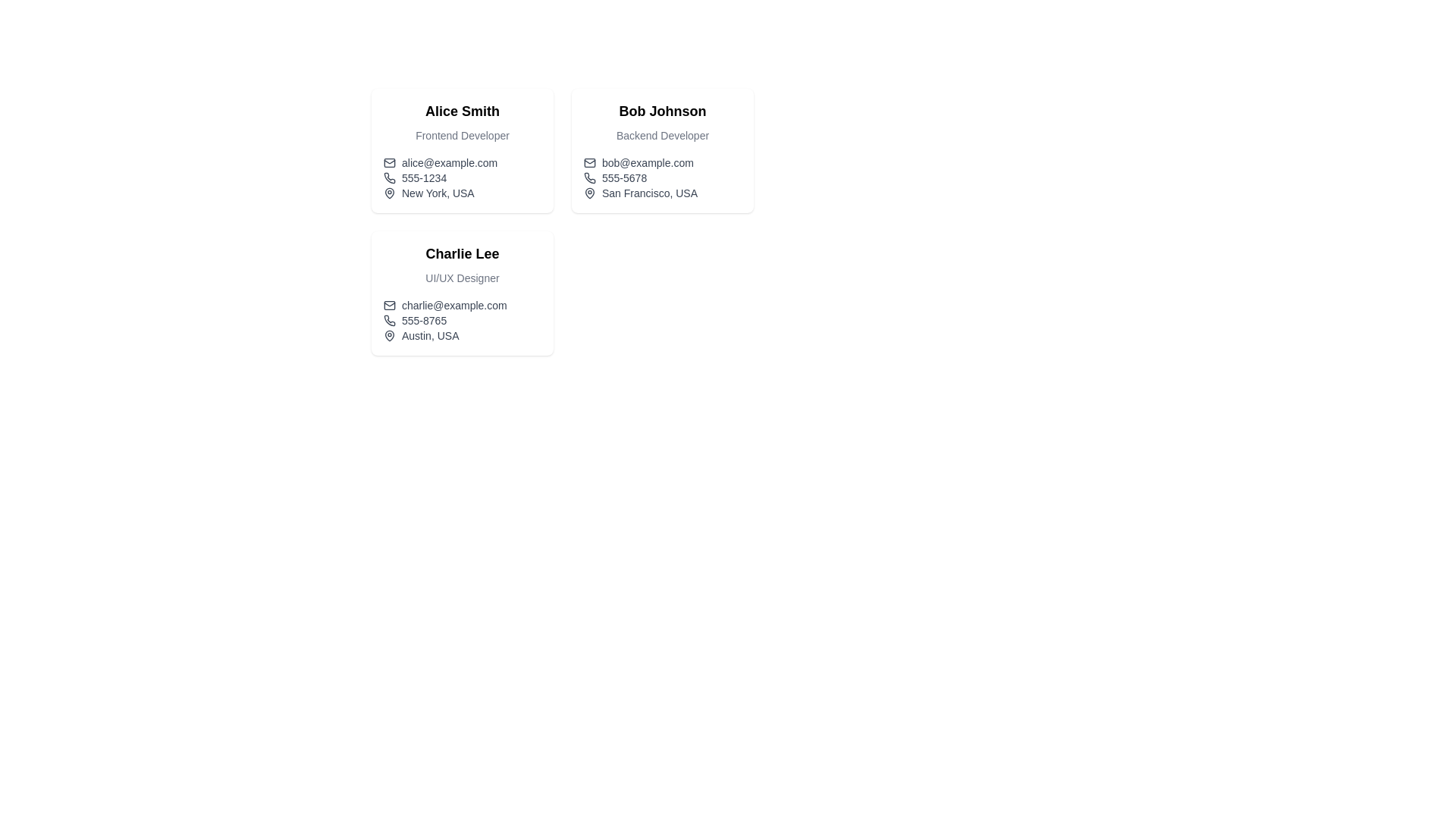 The width and height of the screenshot is (1456, 819). Describe the element at coordinates (389, 192) in the screenshot. I see `the position of the map pin icon located to the left of the text 'New York, USA' in the contact card of 'Alice Smith'` at that location.